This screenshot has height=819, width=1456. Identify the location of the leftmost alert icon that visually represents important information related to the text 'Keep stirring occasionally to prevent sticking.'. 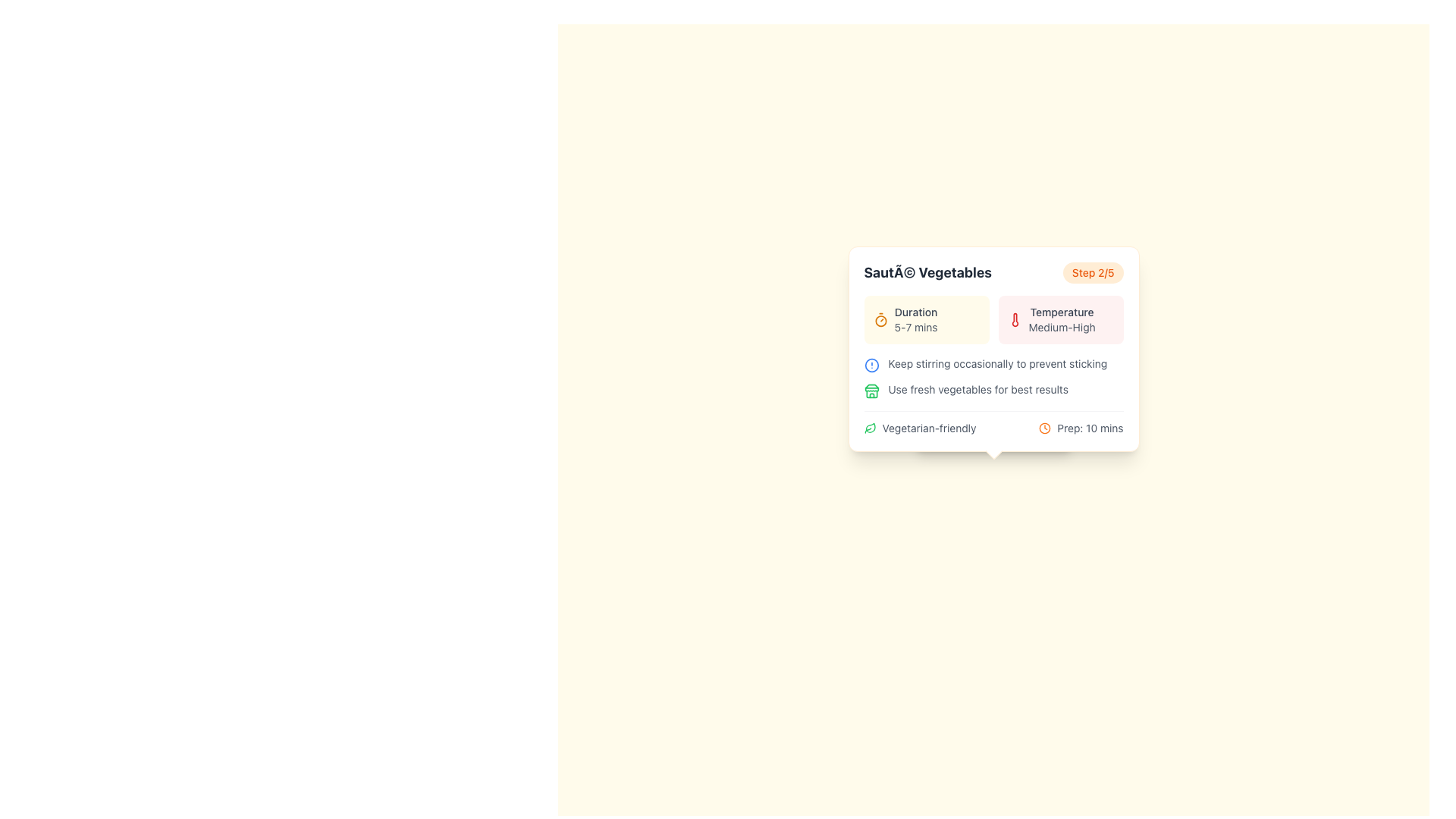
(871, 366).